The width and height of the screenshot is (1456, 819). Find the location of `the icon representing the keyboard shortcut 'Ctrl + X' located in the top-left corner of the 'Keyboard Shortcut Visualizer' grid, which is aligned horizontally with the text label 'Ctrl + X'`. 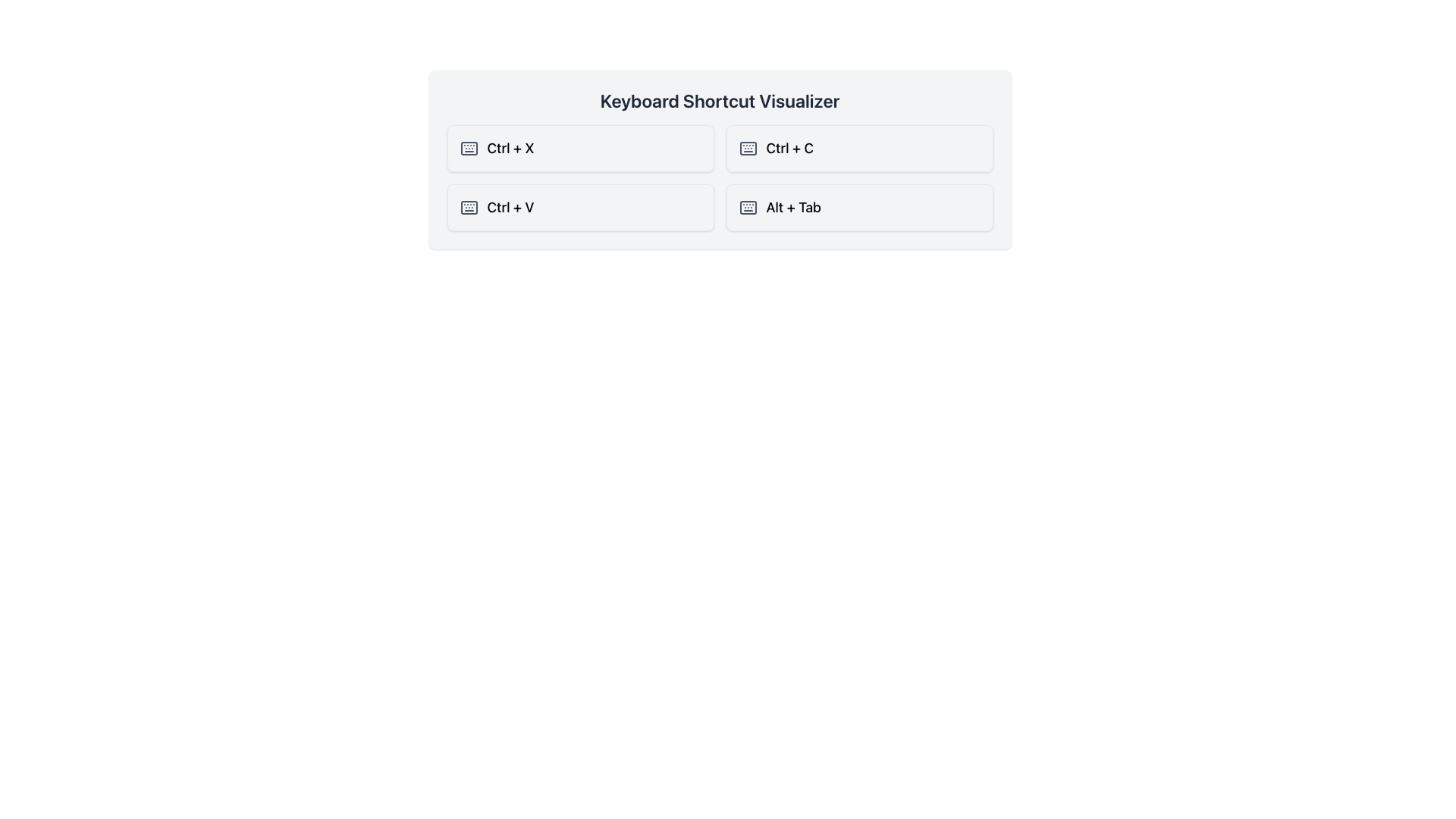

the icon representing the keyboard shortcut 'Ctrl + X' located in the top-left corner of the 'Keyboard Shortcut Visualizer' grid, which is aligned horizontally with the text label 'Ctrl + X' is located at coordinates (468, 149).